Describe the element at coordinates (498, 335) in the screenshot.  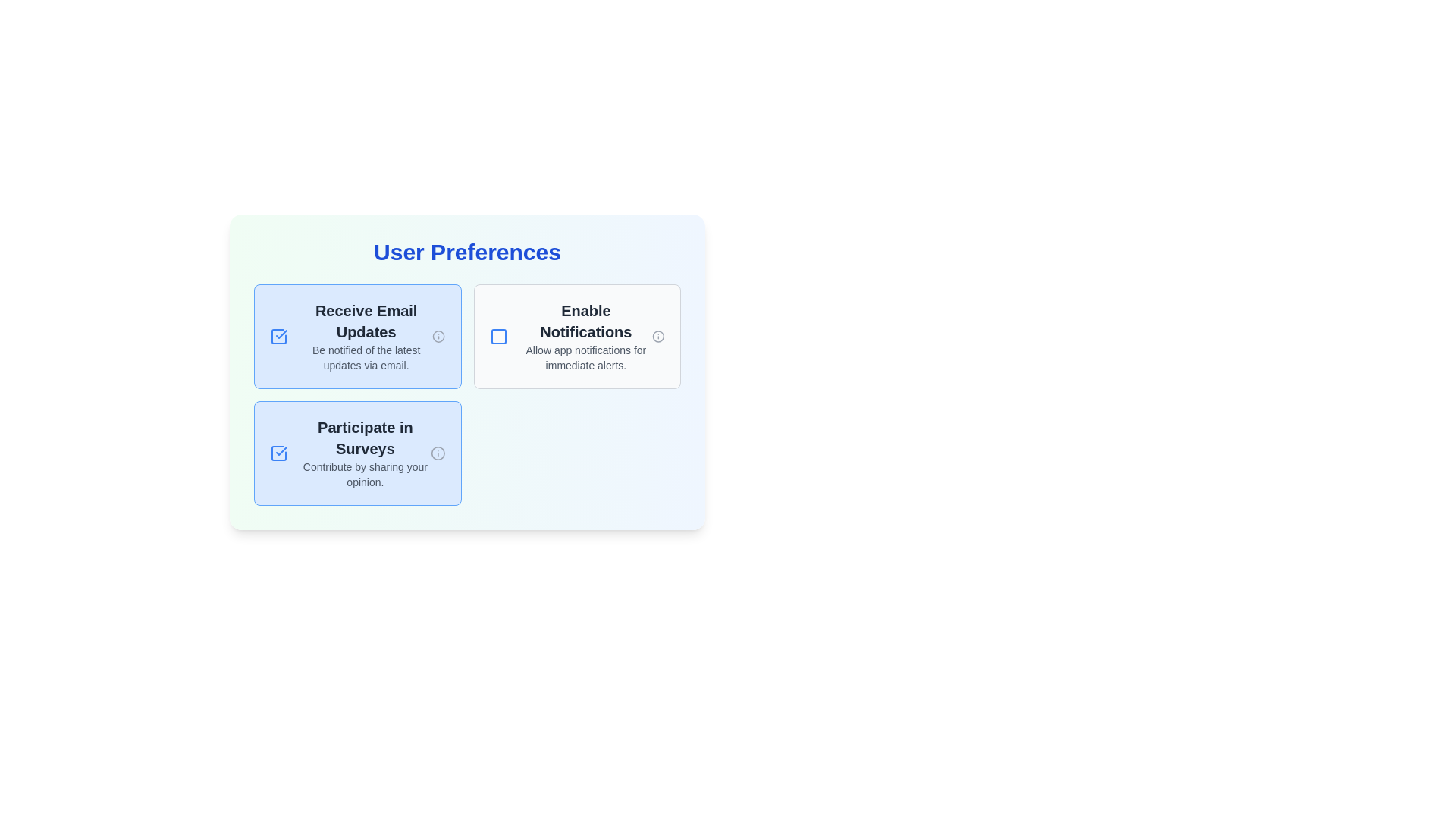
I see `the square icon with a blue border and white background located next to the title text 'Enable Notifications' to interact with it` at that location.